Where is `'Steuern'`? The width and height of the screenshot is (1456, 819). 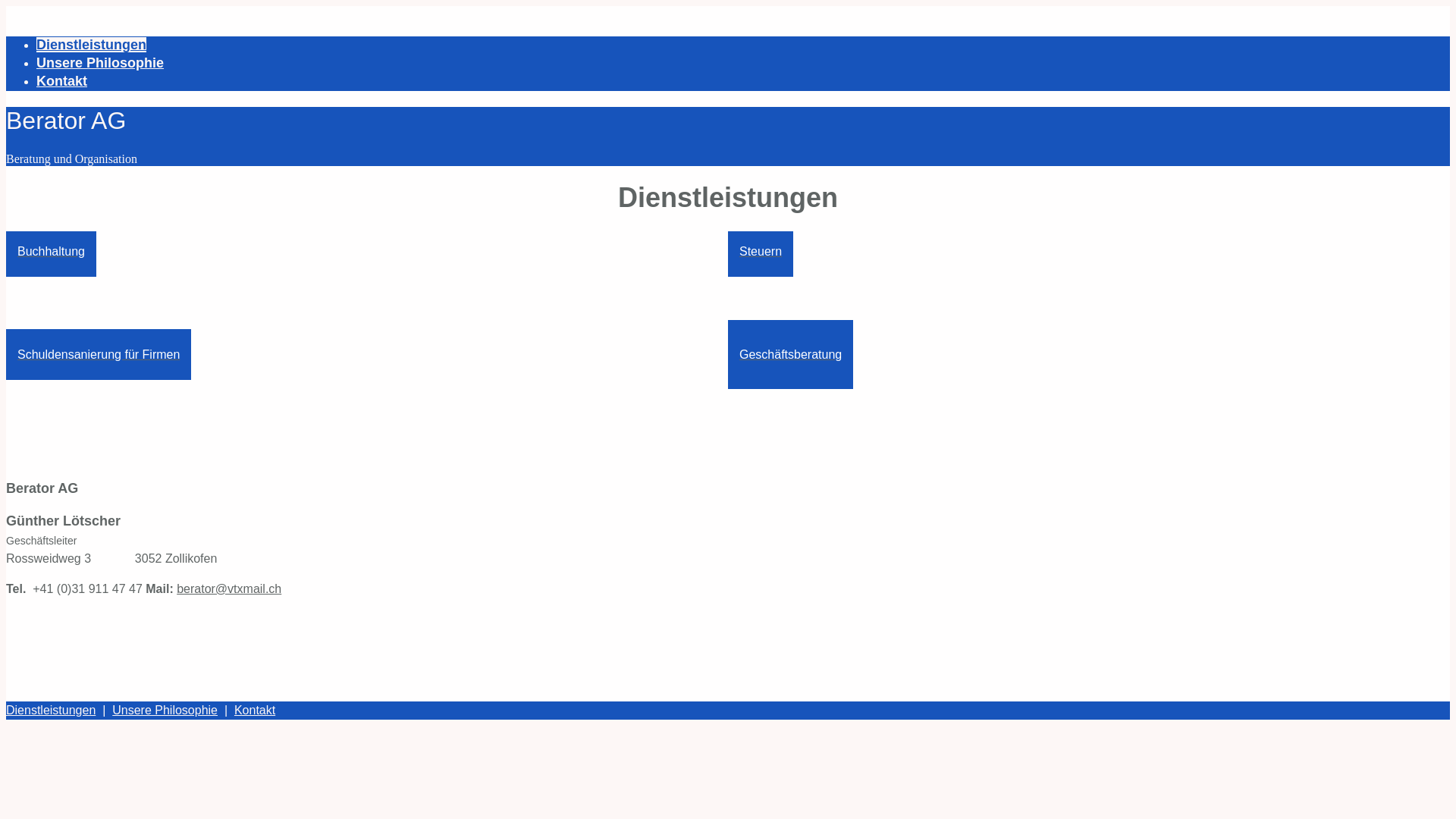 'Steuern' is located at coordinates (761, 250).